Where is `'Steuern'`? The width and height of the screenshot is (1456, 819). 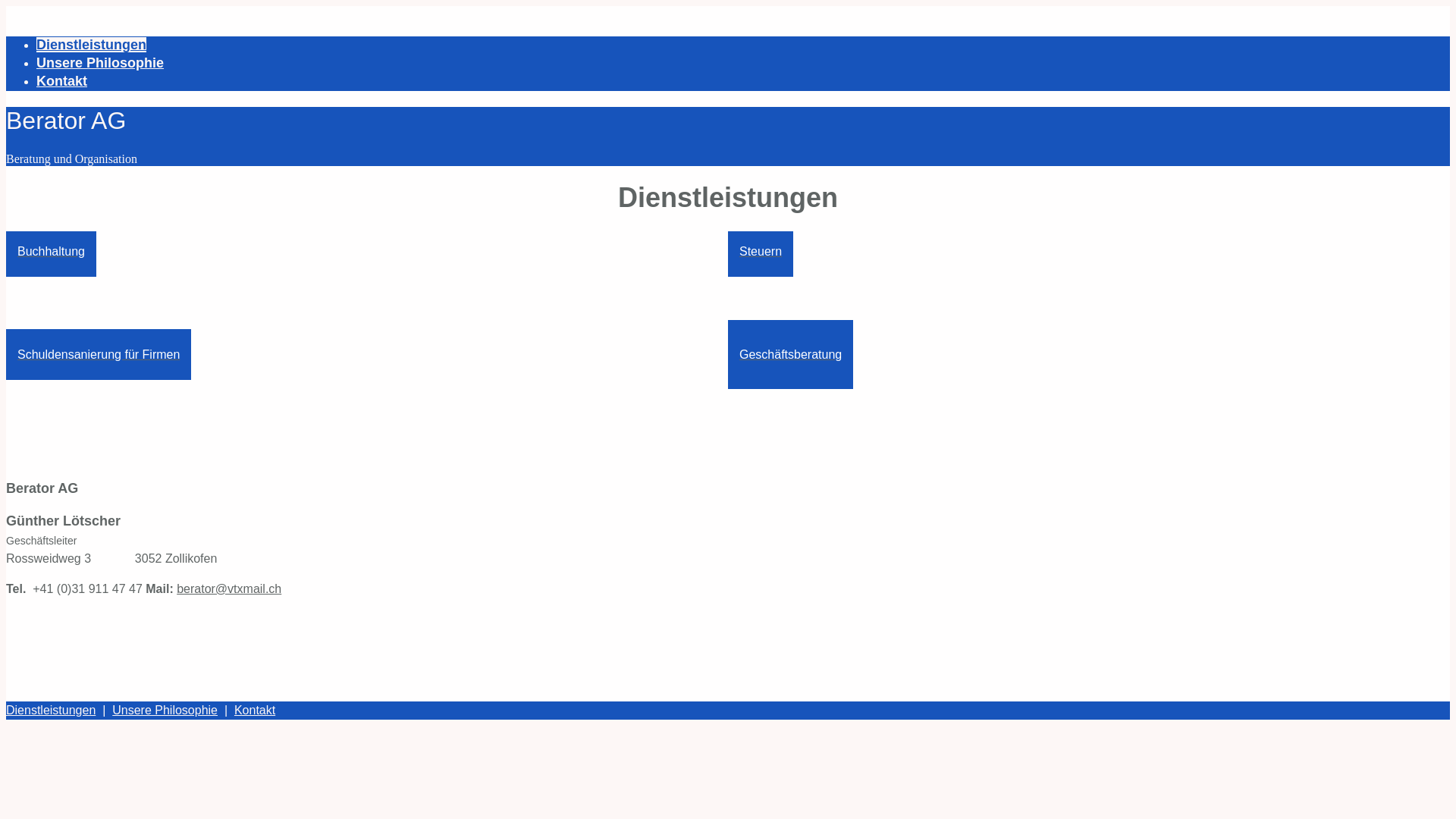 'Steuern' is located at coordinates (761, 250).